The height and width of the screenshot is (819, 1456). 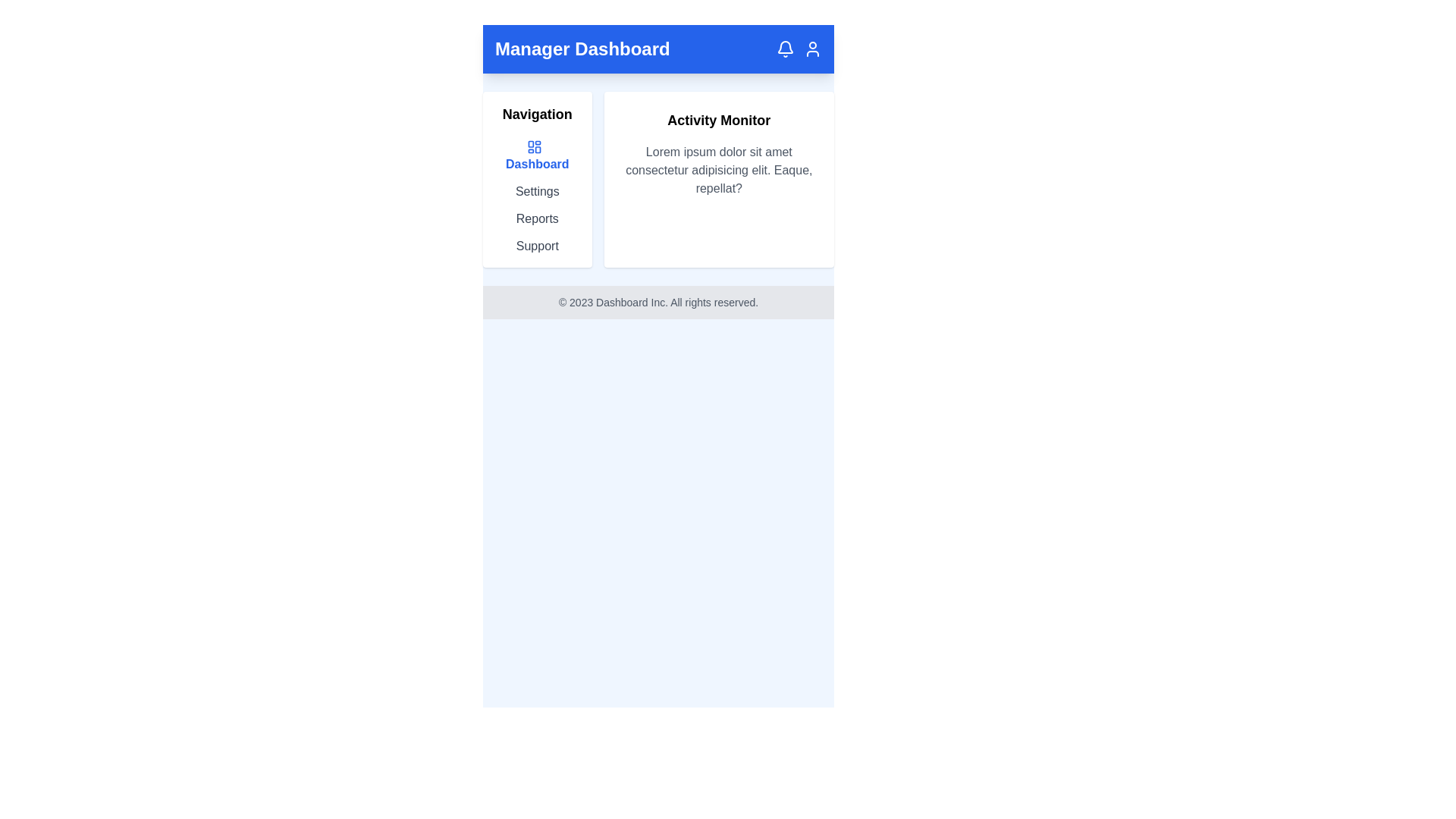 I want to click on the 'Dashboard' icon in the navigation menu, which is positioned to the left of the text label 'Dashboard', so click(x=534, y=146).